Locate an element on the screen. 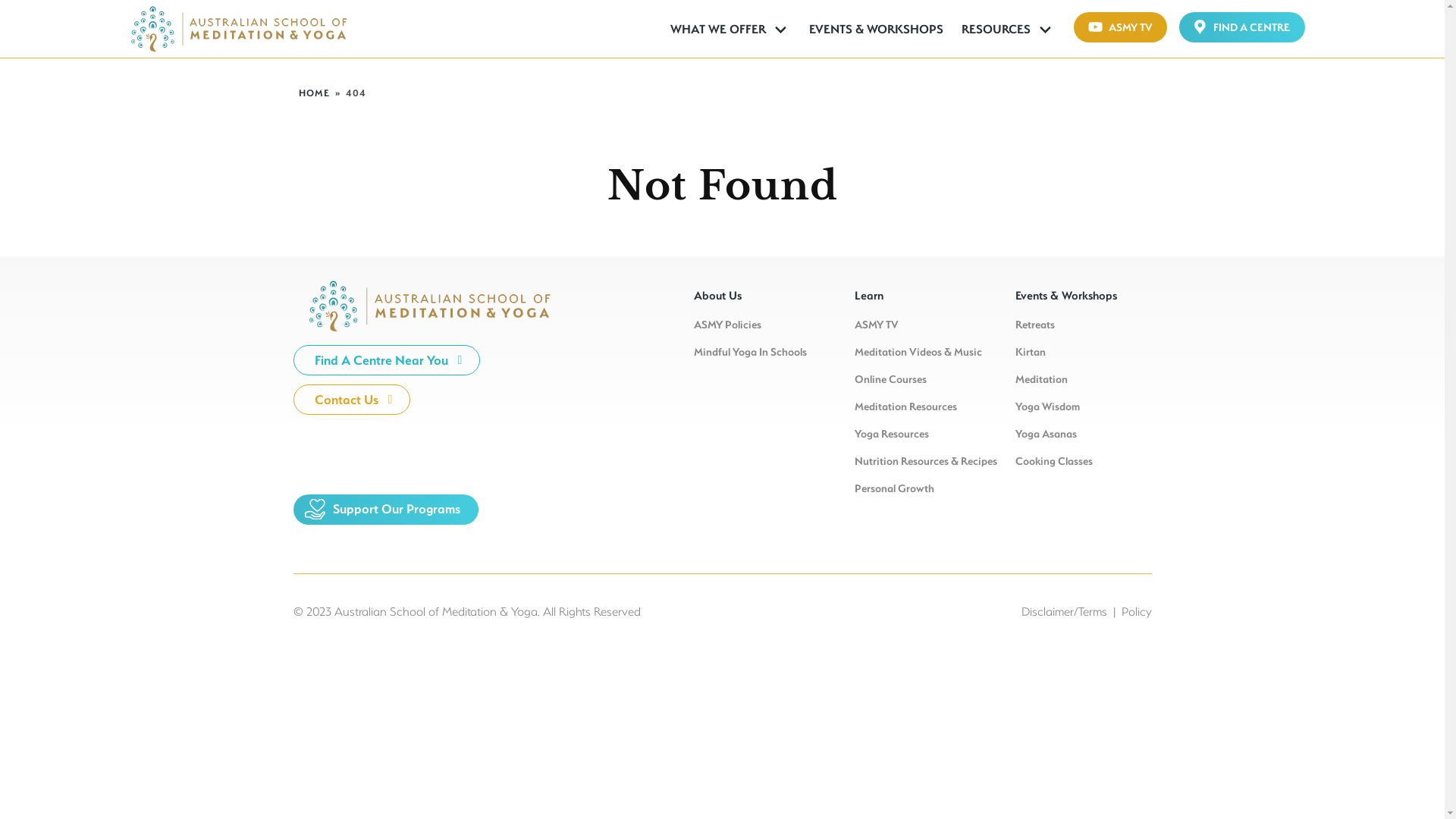  'ASMY TV' is located at coordinates (854, 324).